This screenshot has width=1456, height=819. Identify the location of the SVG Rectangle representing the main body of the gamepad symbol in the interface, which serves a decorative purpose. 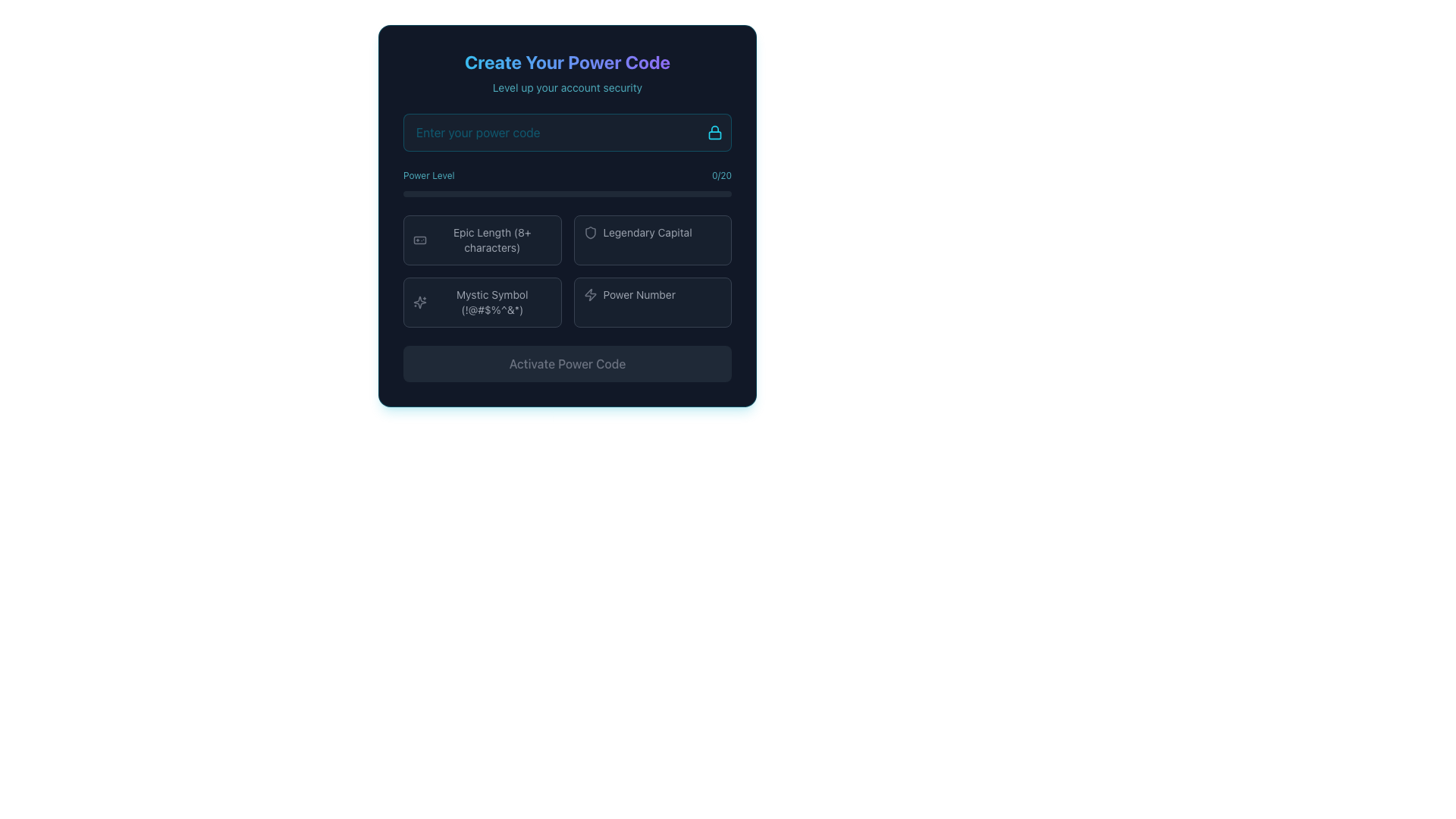
(419, 239).